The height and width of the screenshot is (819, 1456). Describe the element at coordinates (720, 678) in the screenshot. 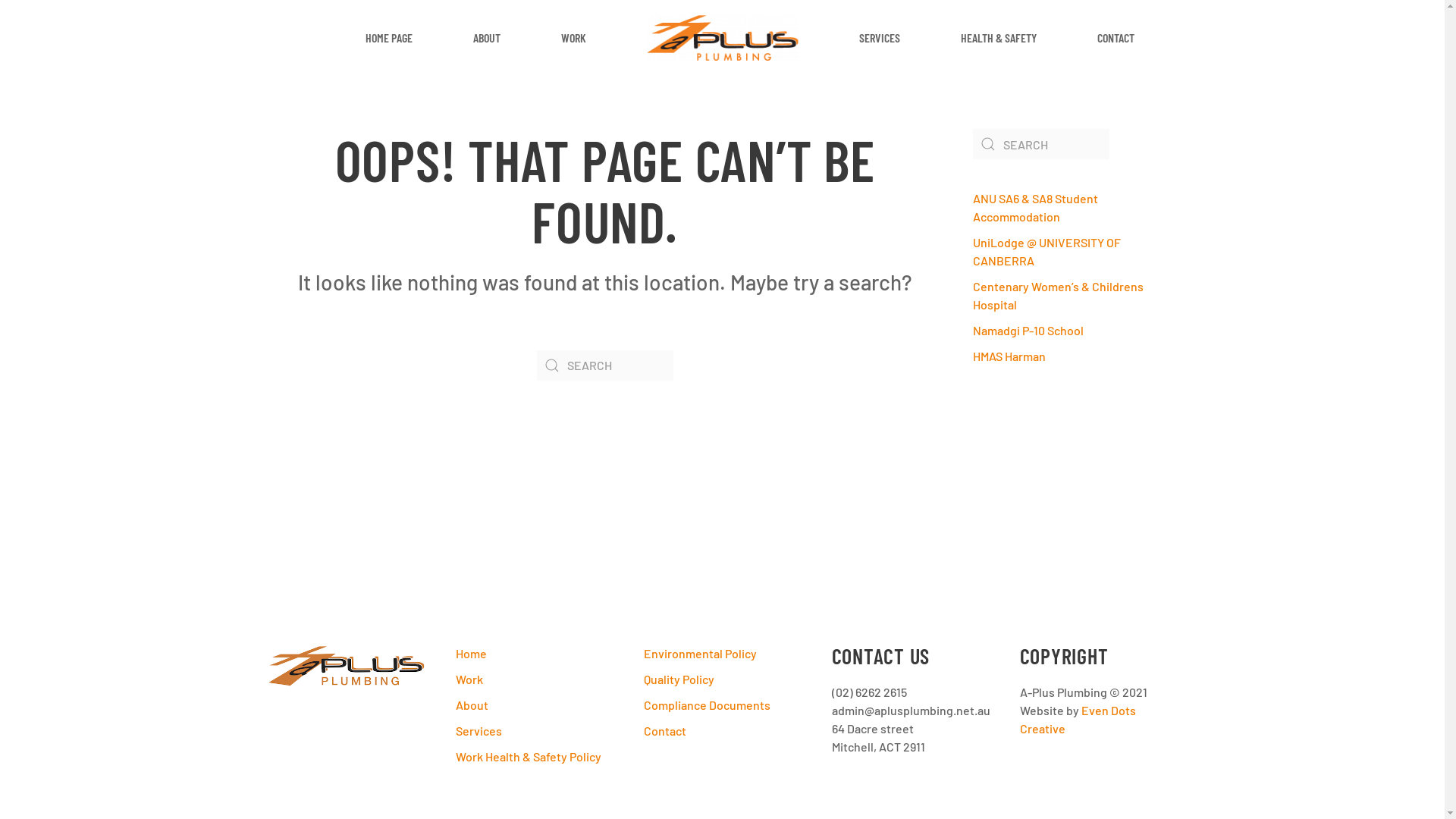

I see `'Quality Policy'` at that location.